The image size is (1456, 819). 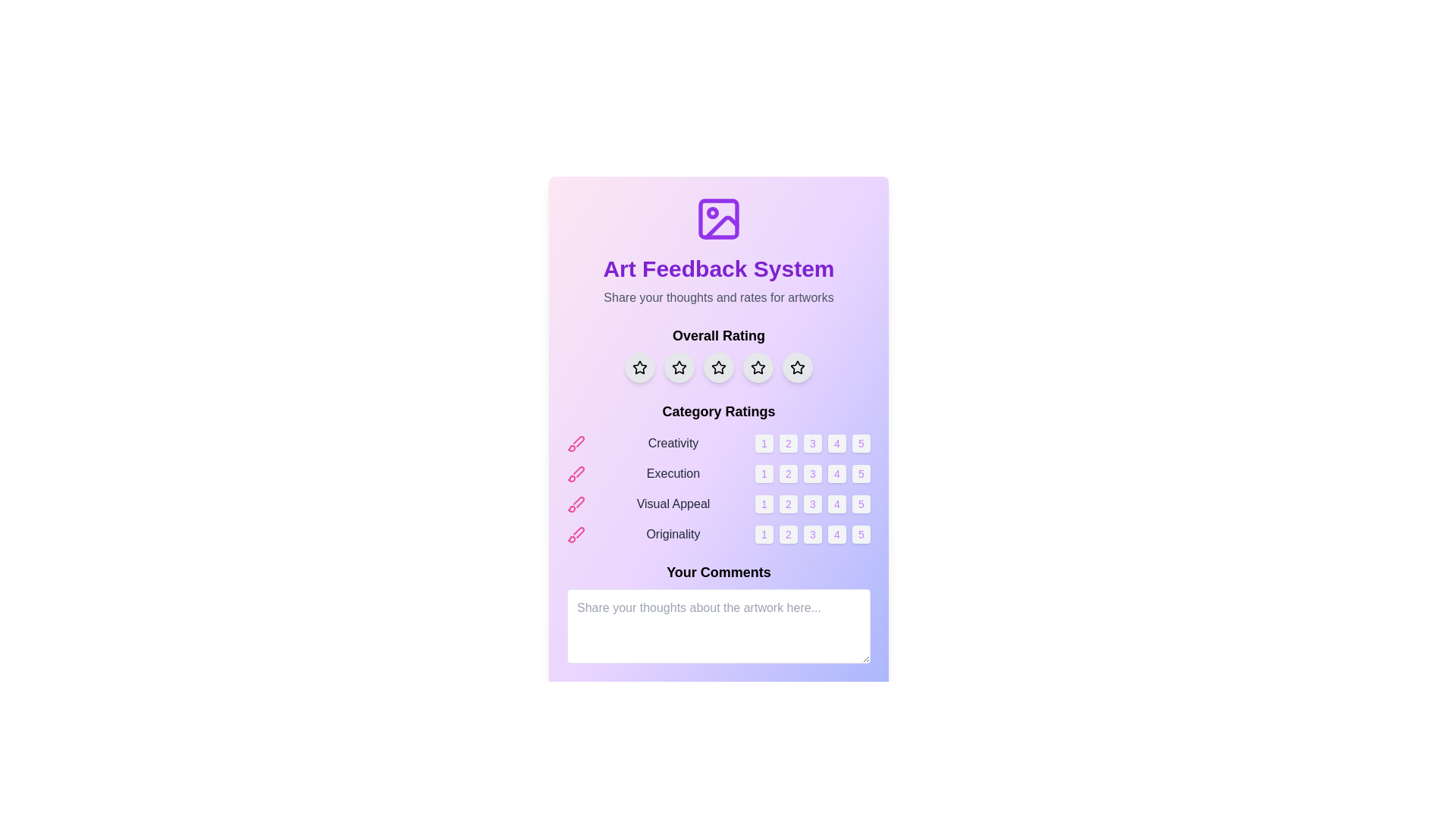 I want to click on the fourth button in the series of five buttons under the 'Visual Appeal' category, so click(x=836, y=504).